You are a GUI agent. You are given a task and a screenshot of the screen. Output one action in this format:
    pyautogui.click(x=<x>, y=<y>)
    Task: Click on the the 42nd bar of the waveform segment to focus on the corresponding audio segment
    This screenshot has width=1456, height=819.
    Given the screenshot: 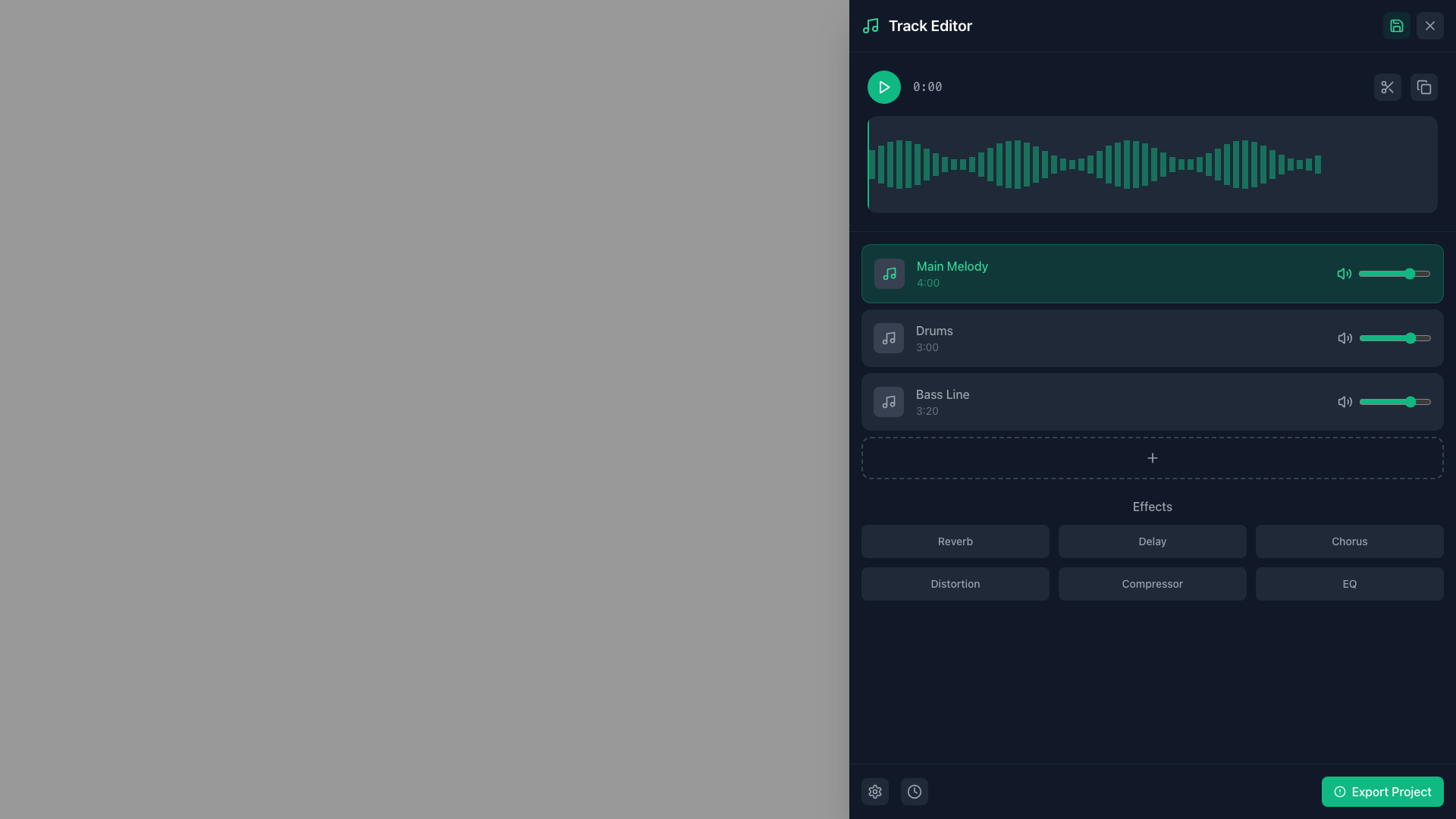 What is the action you would take?
    pyautogui.click(x=1244, y=164)
    